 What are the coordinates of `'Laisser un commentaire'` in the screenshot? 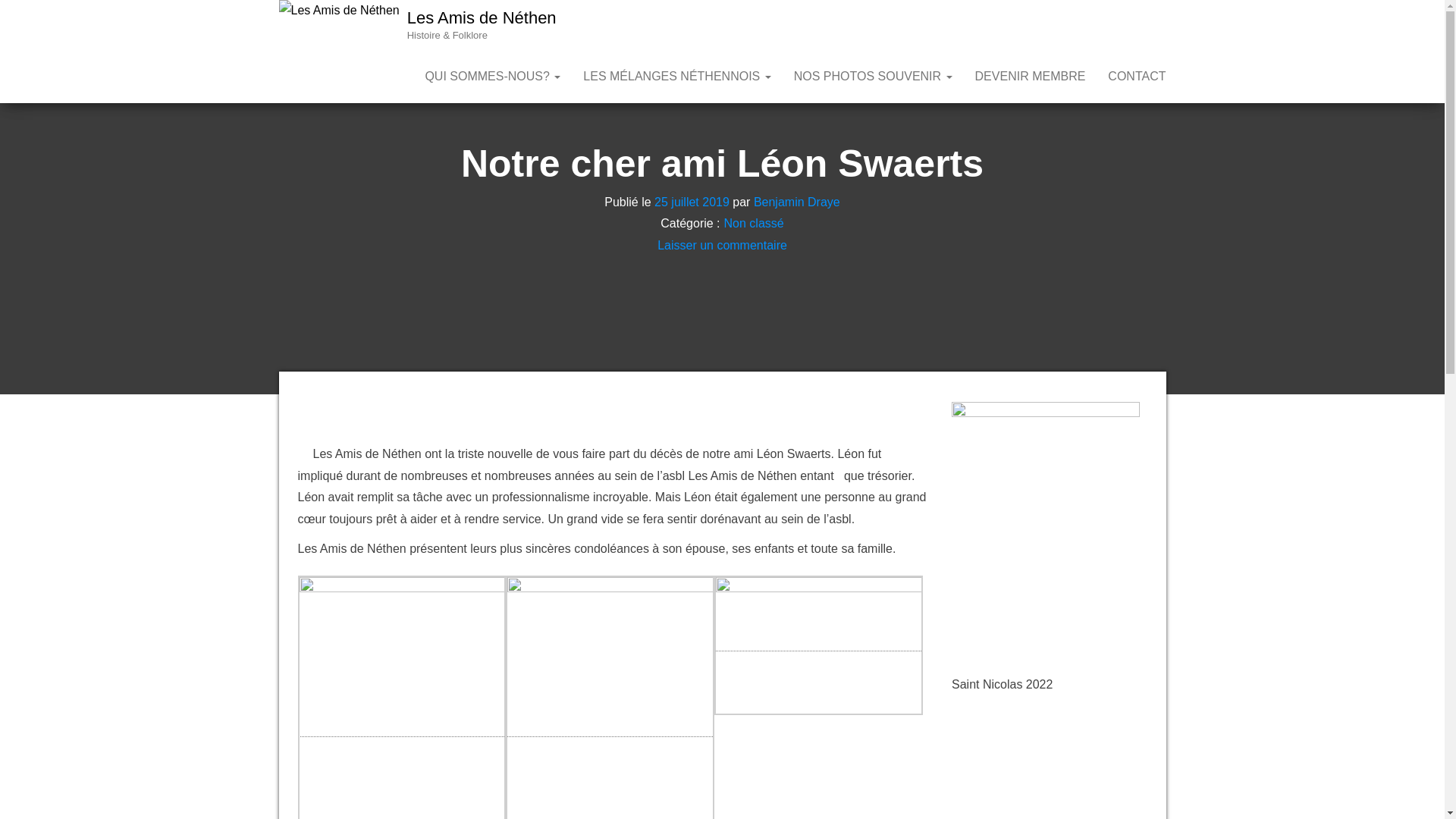 It's located at (721, 244).